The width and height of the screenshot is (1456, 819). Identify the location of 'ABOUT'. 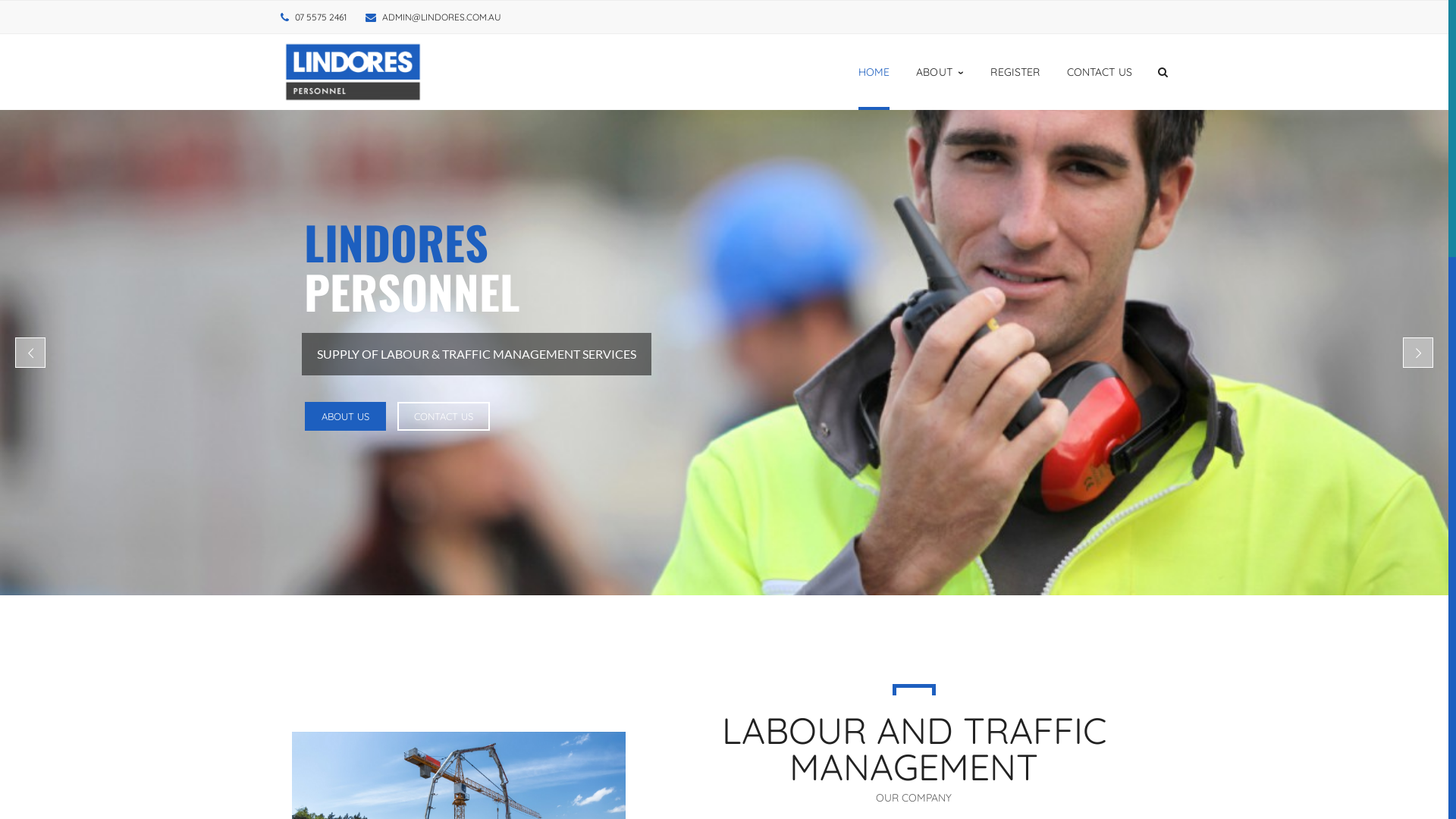
(939, 72).